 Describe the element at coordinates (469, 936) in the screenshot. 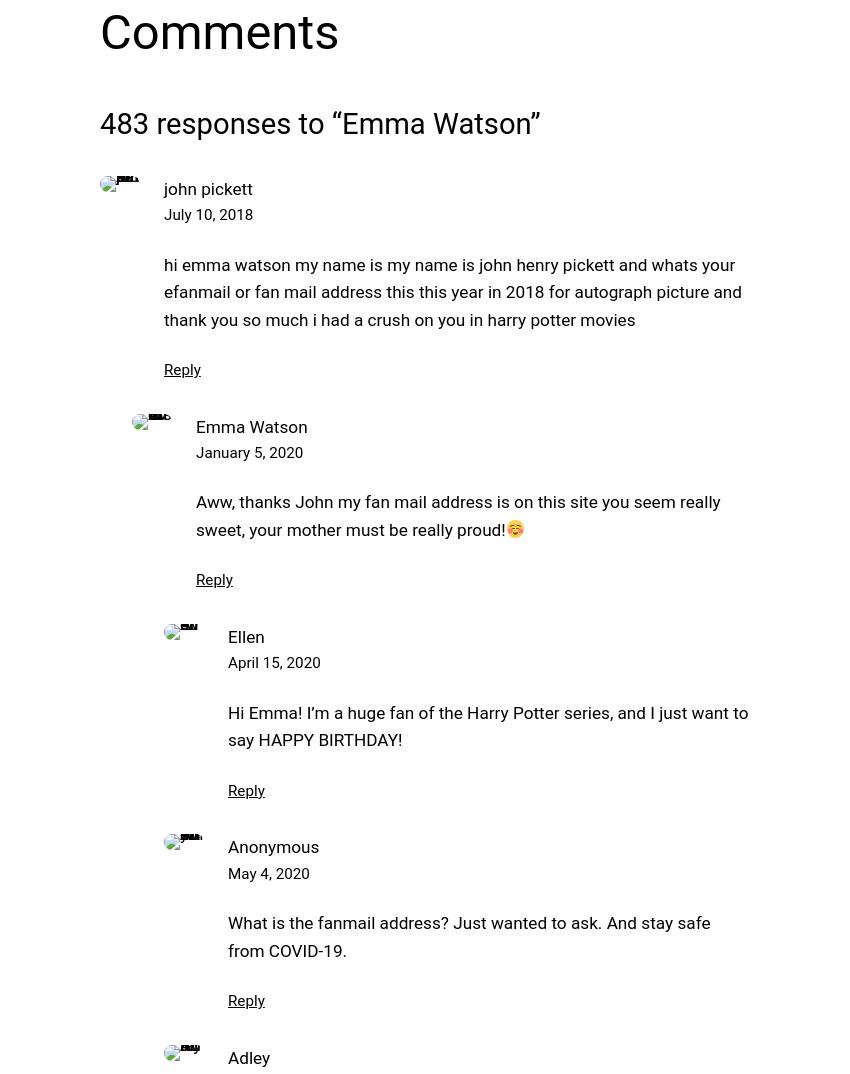

I see `'What is the fanmail address? Just wanted to ask. And stay safe from COVID-19.'` at that location.